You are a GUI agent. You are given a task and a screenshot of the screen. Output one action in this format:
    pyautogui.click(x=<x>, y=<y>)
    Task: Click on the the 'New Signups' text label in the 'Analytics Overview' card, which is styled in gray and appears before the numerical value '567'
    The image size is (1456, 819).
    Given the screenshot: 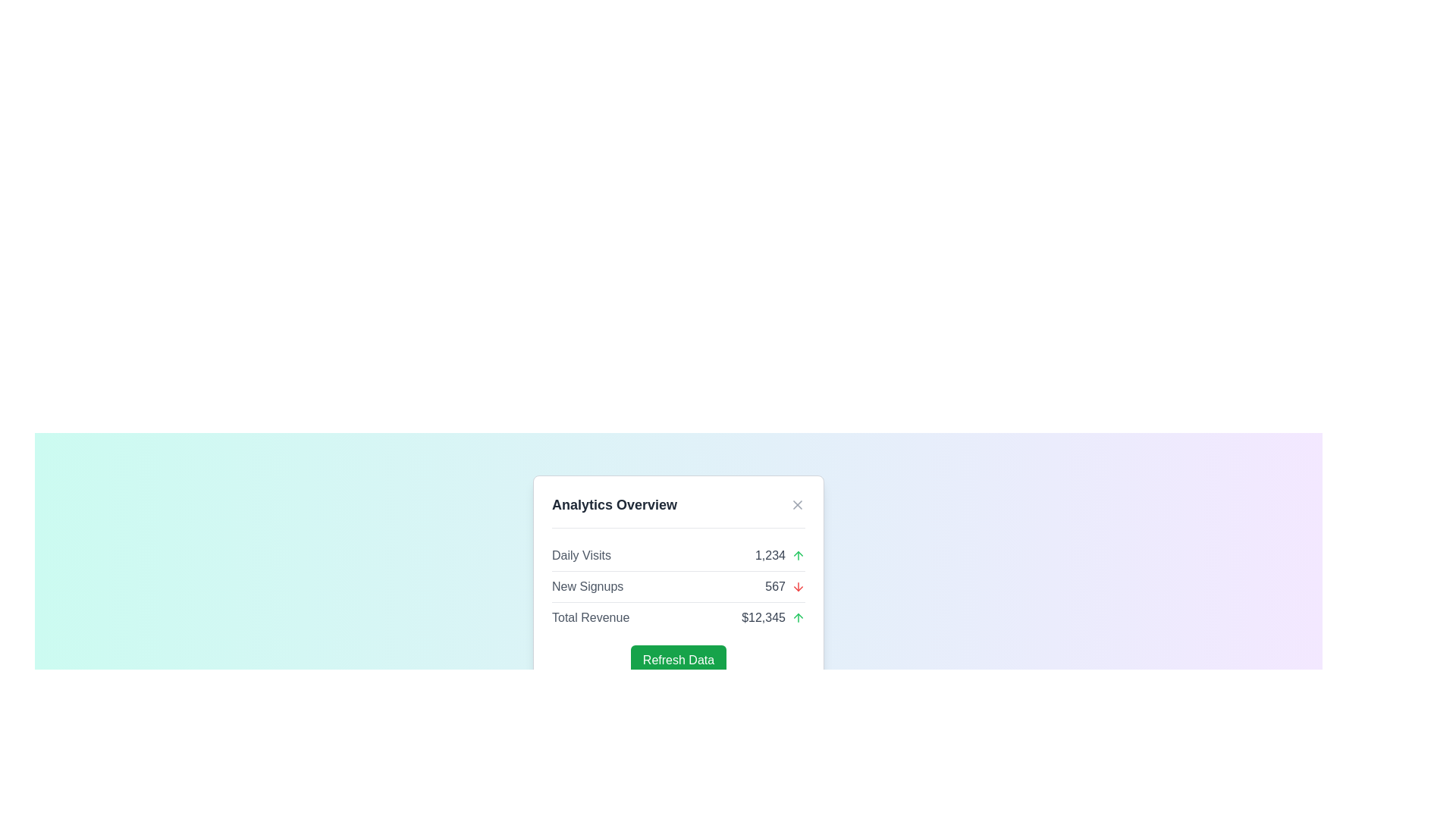 What is the action you would take?
    pyautogui.click(x=587, y=586)
    